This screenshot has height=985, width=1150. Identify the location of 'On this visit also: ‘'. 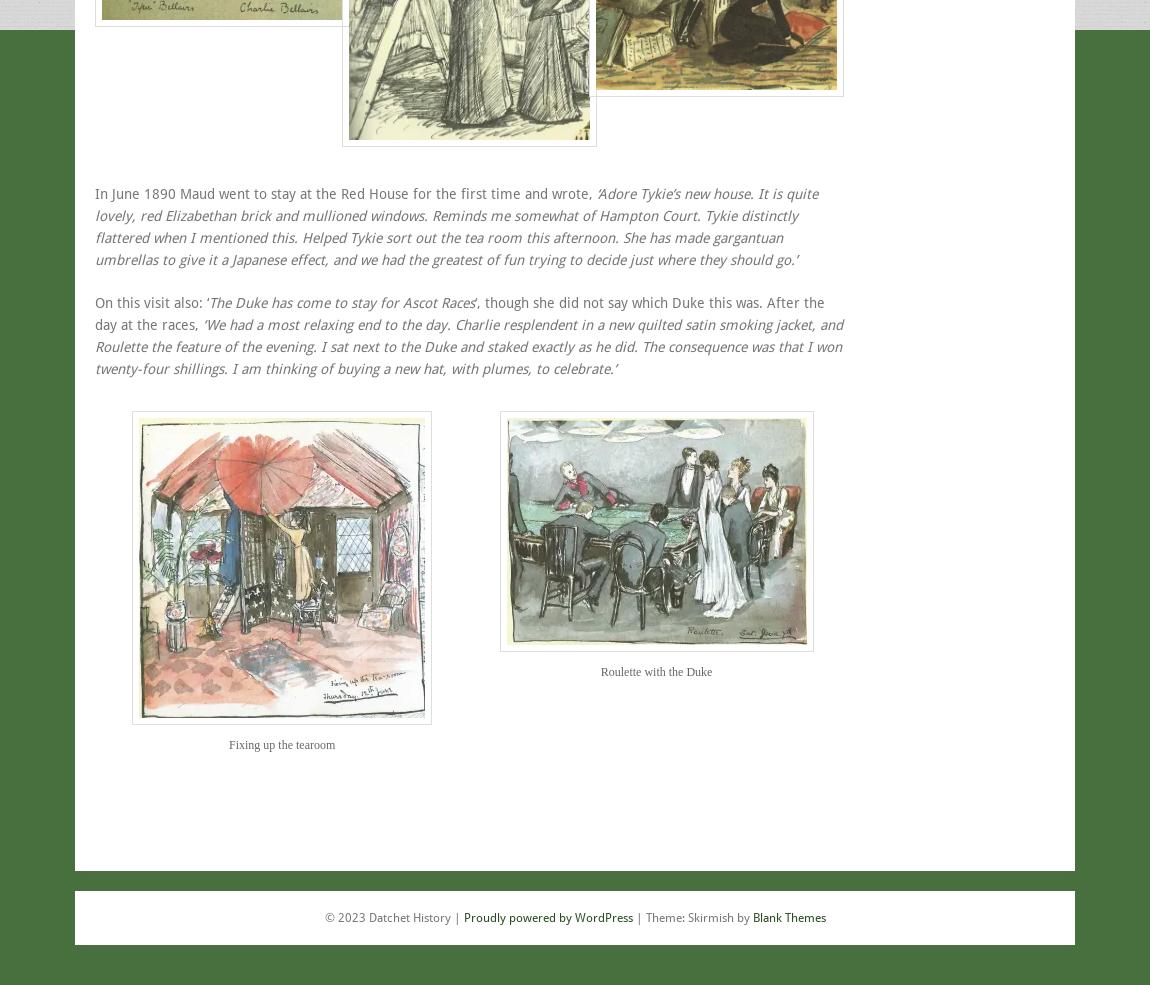
(151, 302).